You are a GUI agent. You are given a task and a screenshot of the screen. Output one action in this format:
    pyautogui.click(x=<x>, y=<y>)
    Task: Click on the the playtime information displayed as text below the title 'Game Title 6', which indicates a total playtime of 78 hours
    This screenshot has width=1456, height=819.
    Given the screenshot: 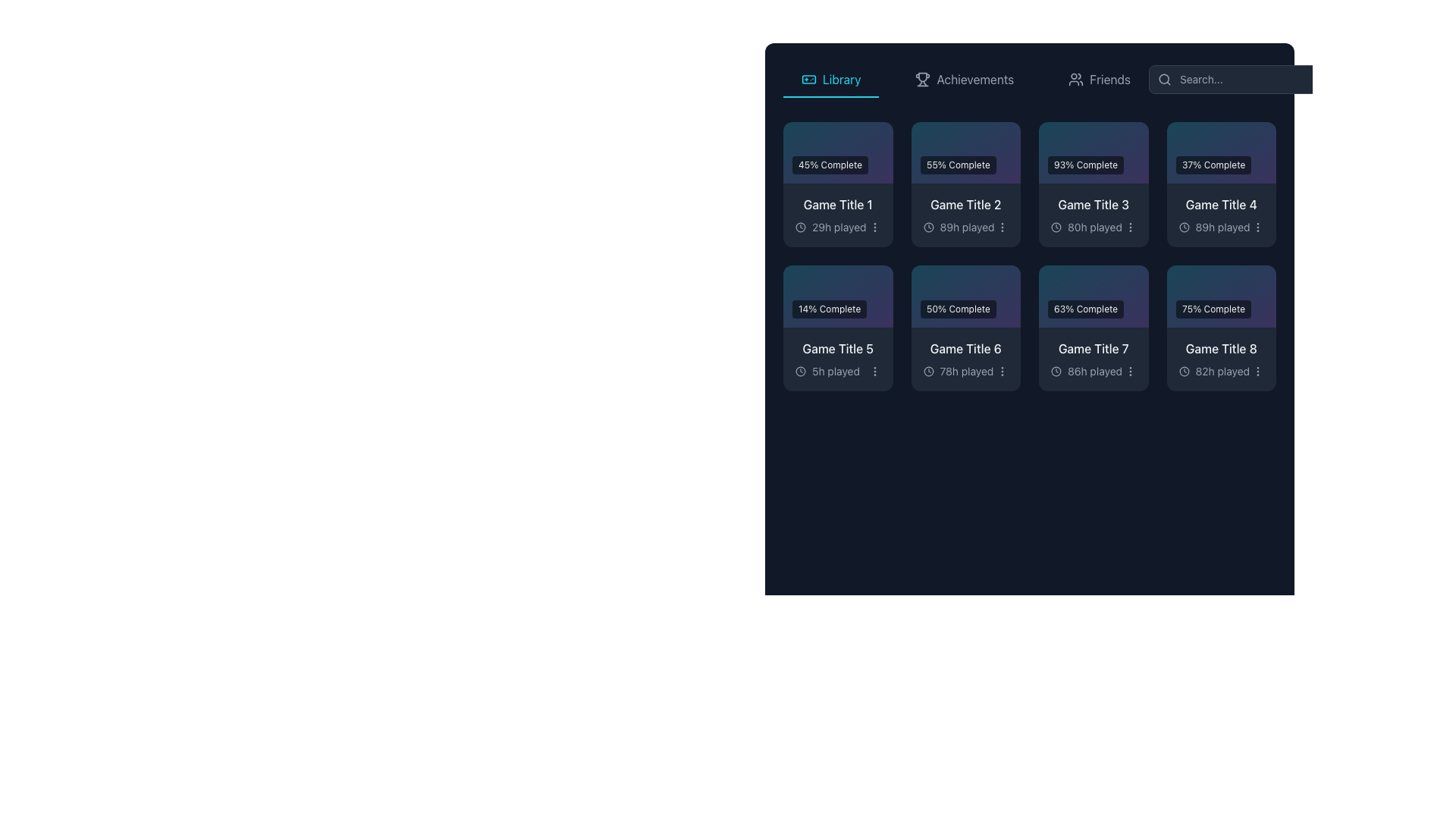 What is the action you would take?
    pyautogui.click(x=965, y=371)
    